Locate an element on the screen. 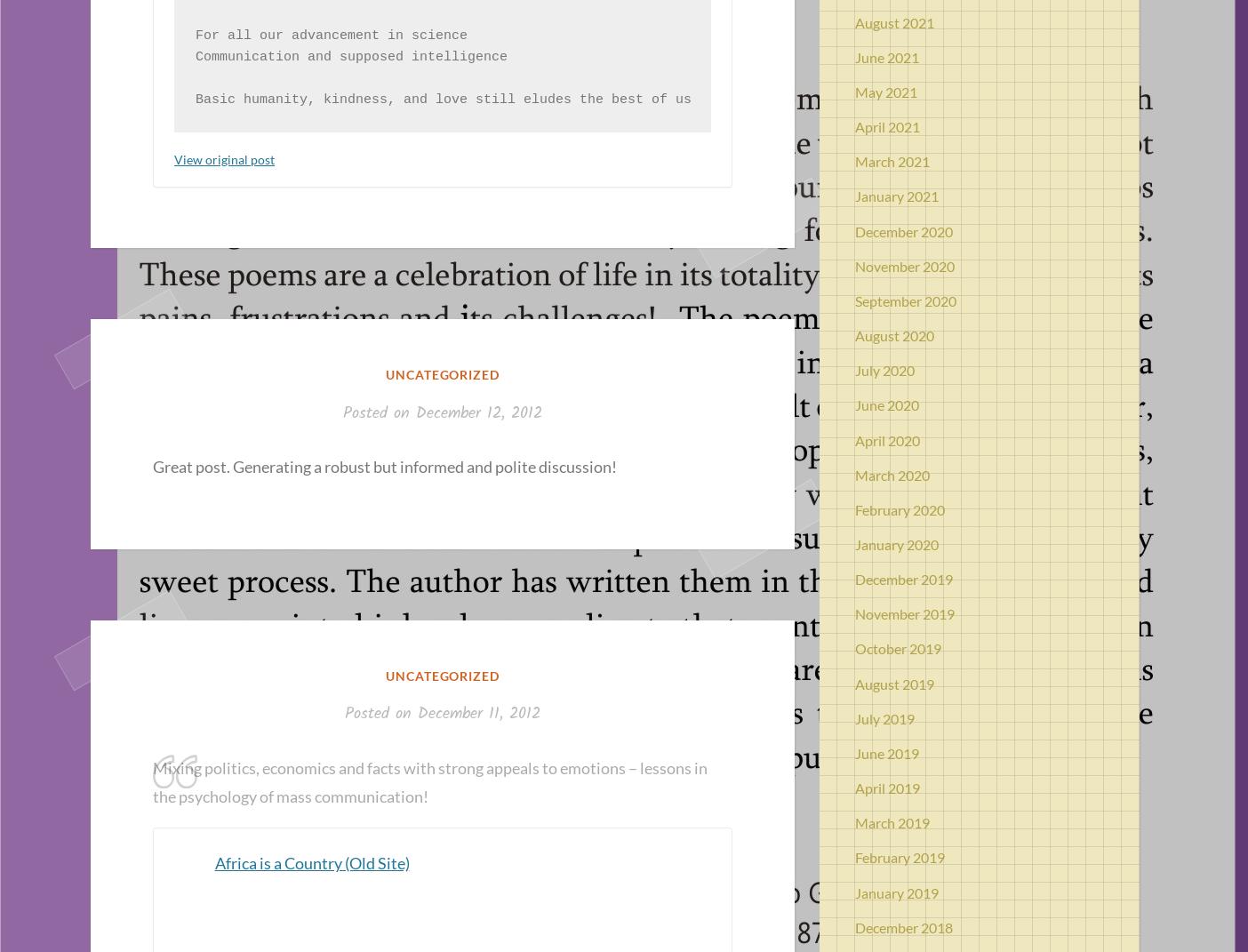 This screenshot has height=952, width=1248. 'April 2021' is located at coordinates (887, 126).